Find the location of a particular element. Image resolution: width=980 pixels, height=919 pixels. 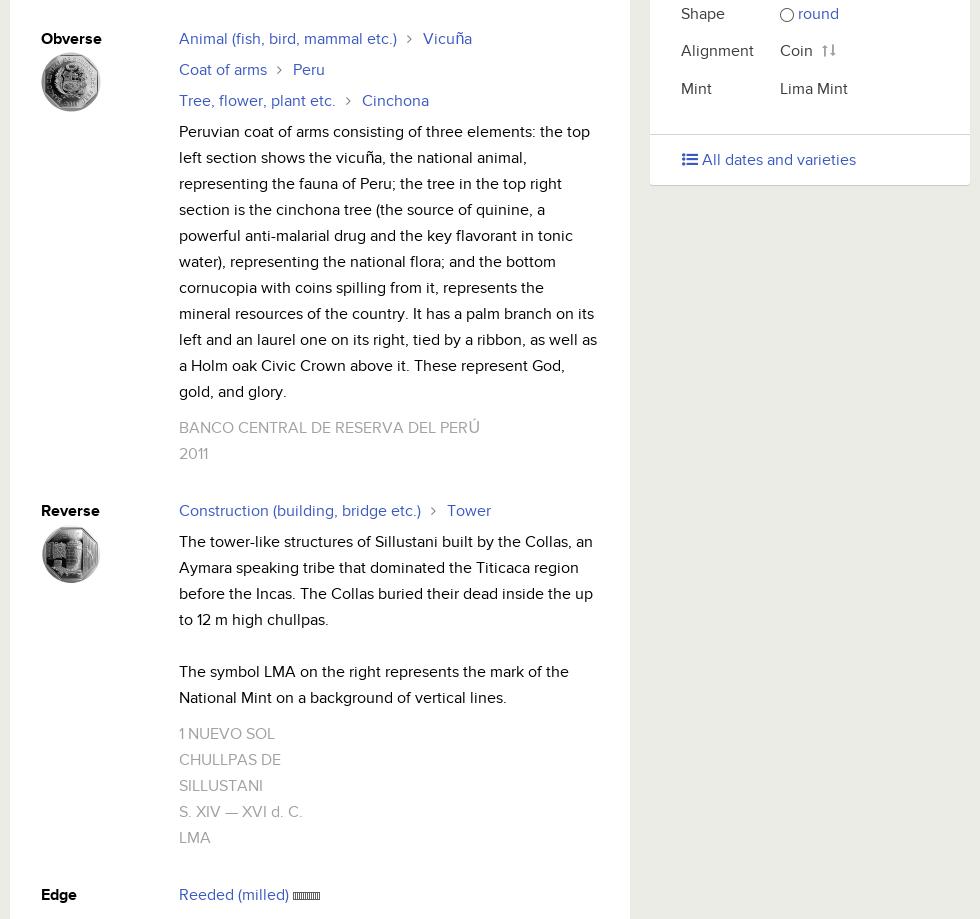

'Lima Mint' is located at coordinates (779, 88).